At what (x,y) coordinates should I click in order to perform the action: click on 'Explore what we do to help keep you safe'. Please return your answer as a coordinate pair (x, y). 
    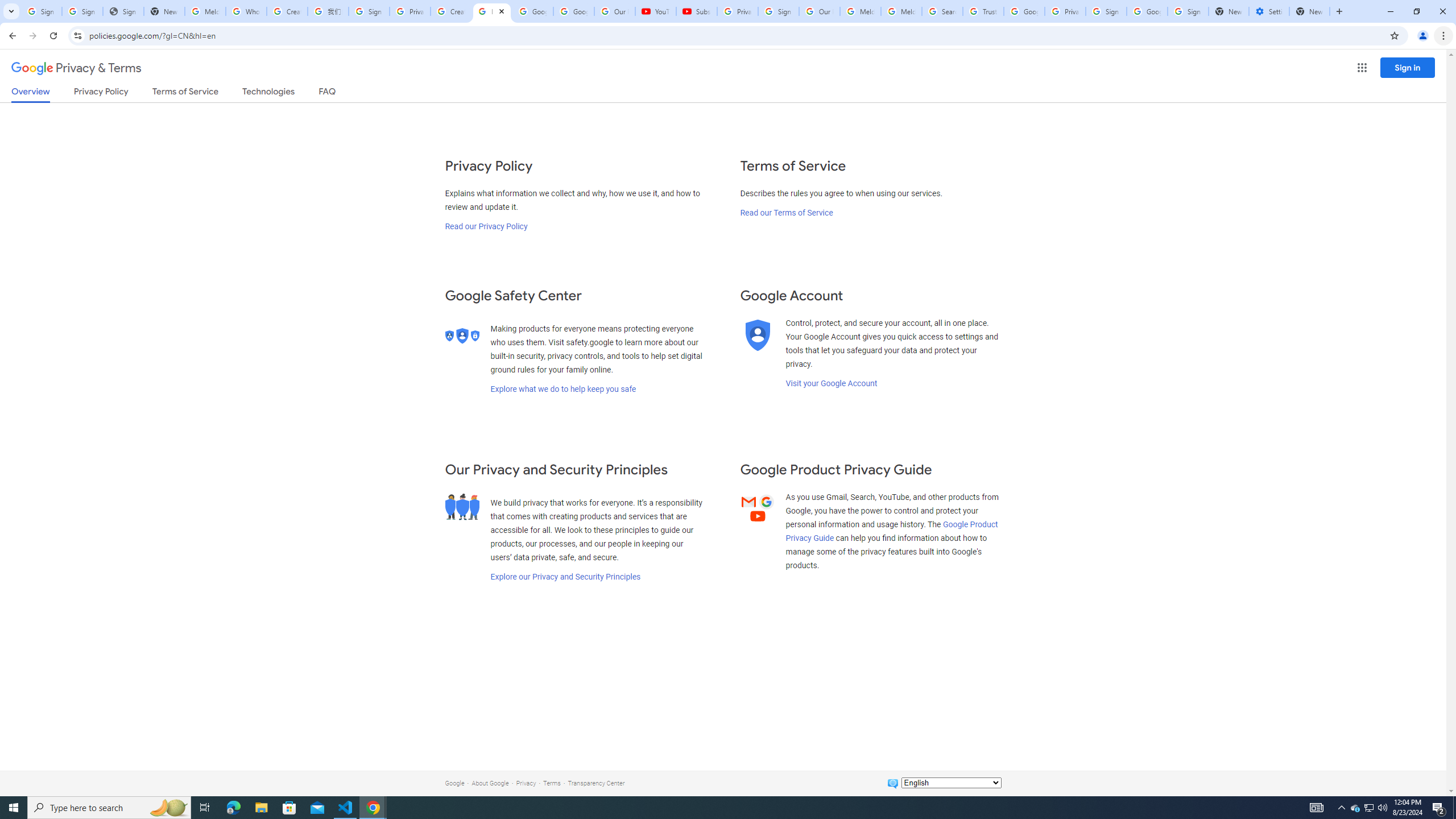
    Looking at the image, I should click on (563, 388).